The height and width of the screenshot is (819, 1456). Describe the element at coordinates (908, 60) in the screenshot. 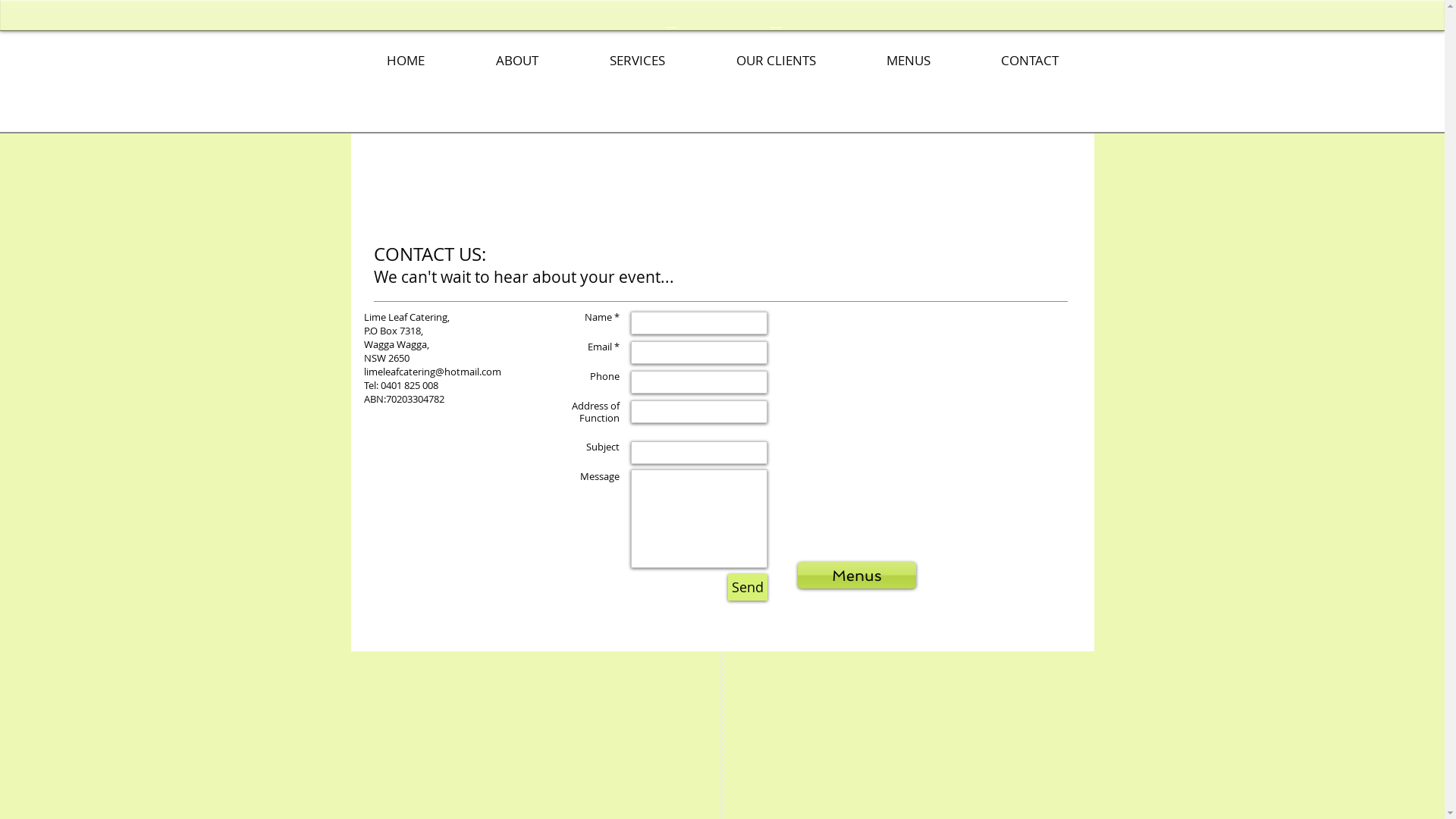

I see `'MENUS'` at that location.